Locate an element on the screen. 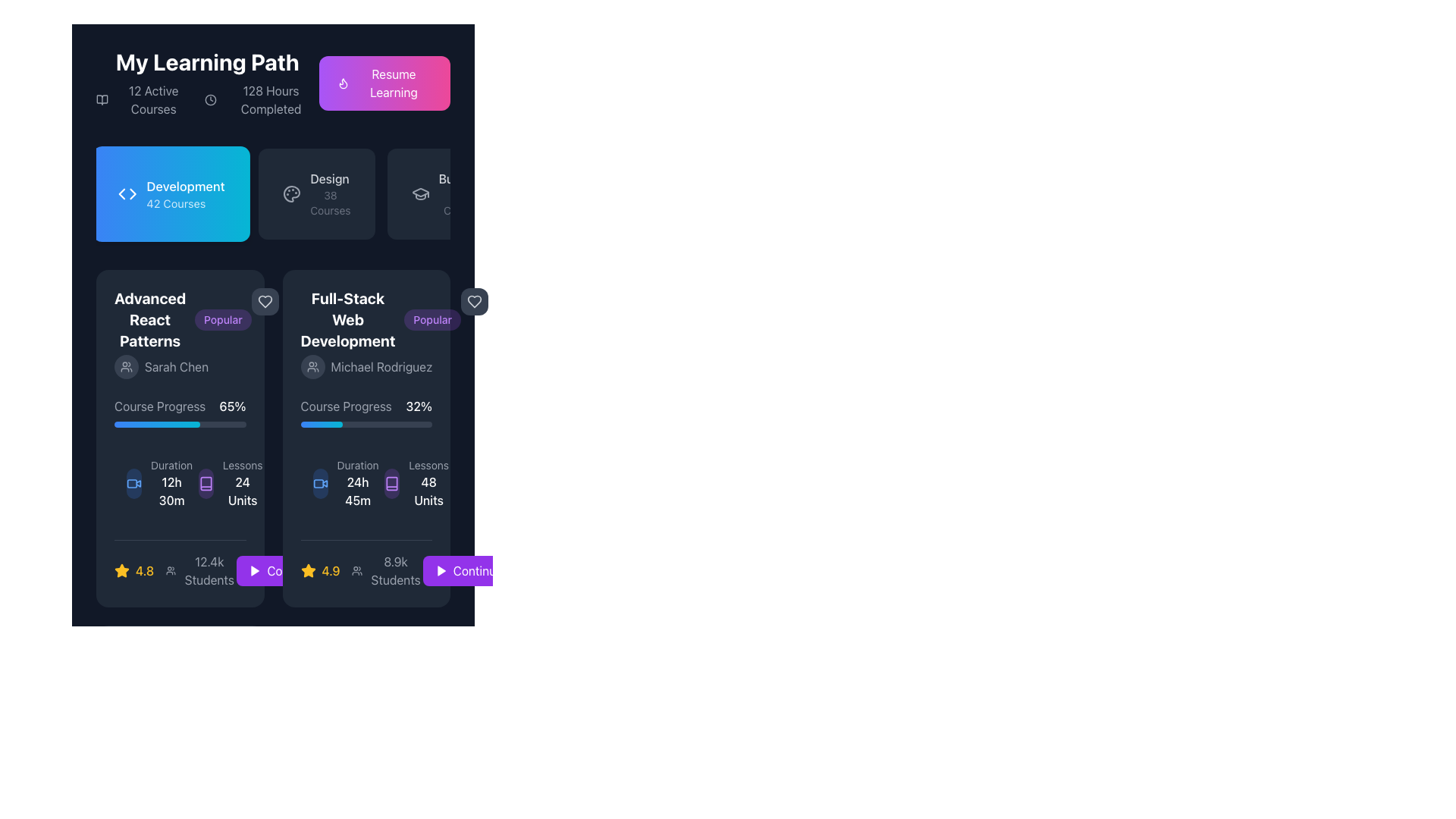  the 'Popular' badge, which is a rounded rectangular badge with a light purple background located in the top-right corner of the 'Full-Stack Web Development' course card is located at coordinates (431, 318).